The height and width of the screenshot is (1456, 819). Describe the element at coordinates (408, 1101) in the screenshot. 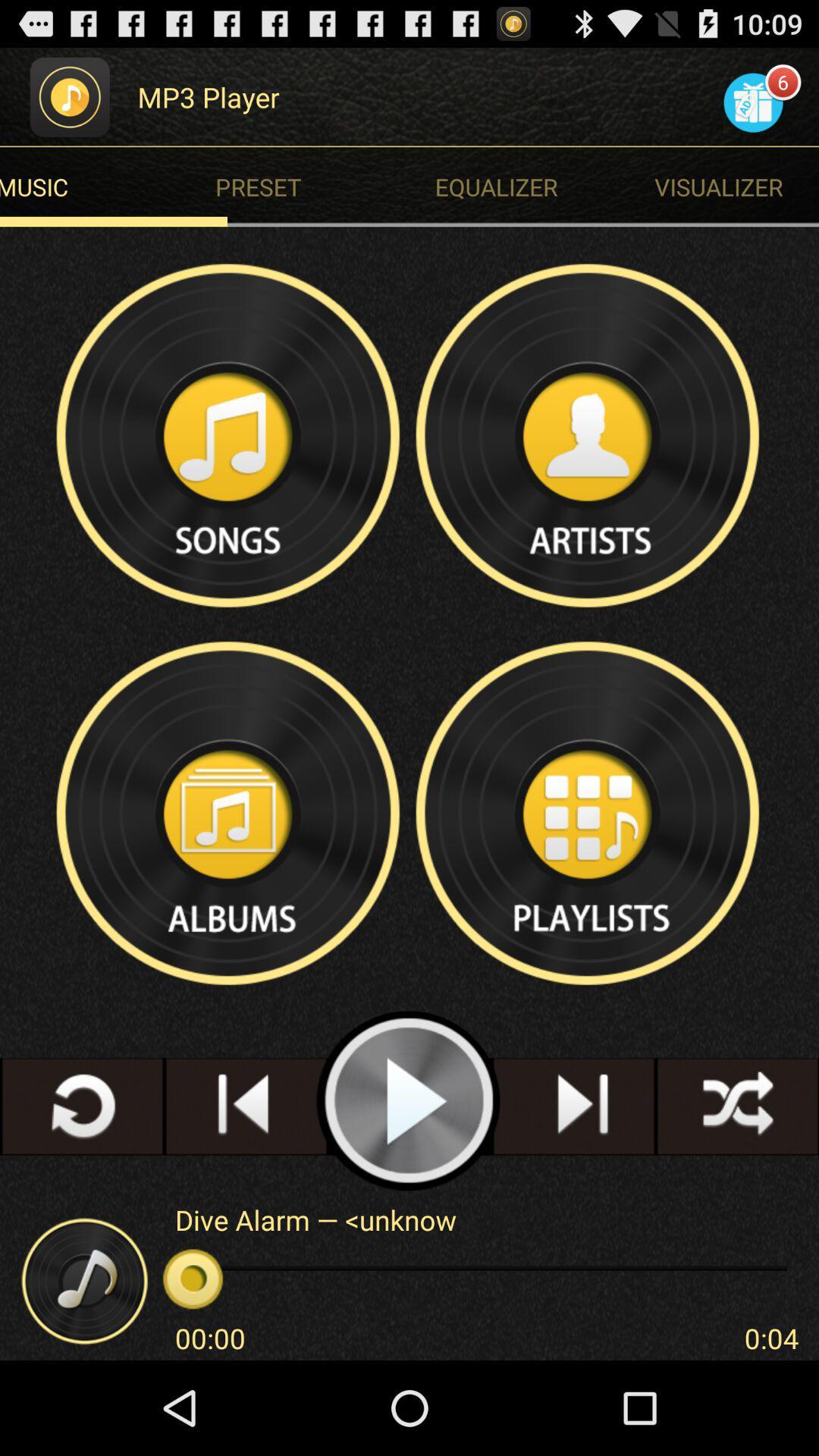

I see `shows play icon` at that location.